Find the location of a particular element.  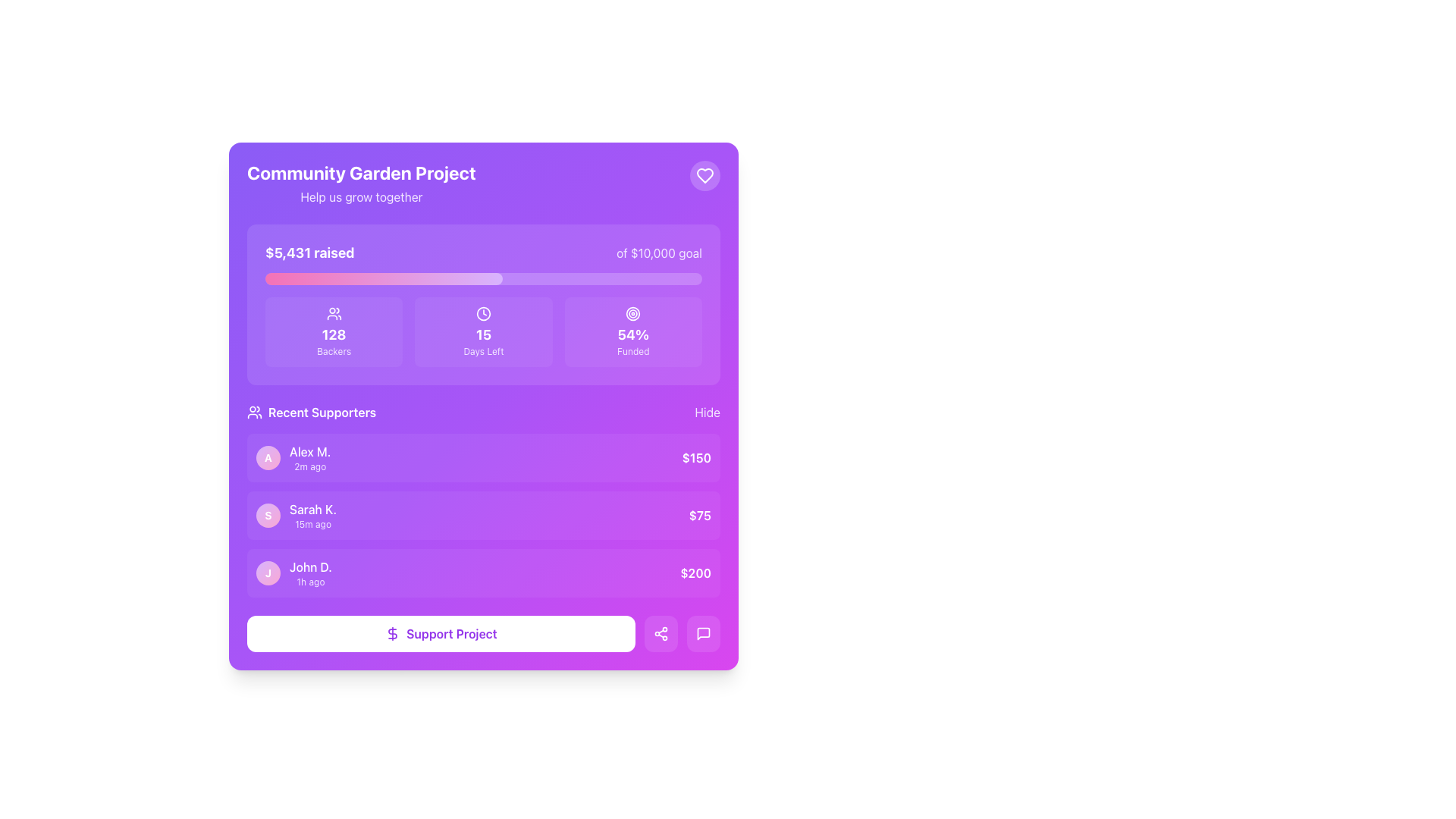

the second entry in the list of recent supporters is located at coordinates (483, 514).